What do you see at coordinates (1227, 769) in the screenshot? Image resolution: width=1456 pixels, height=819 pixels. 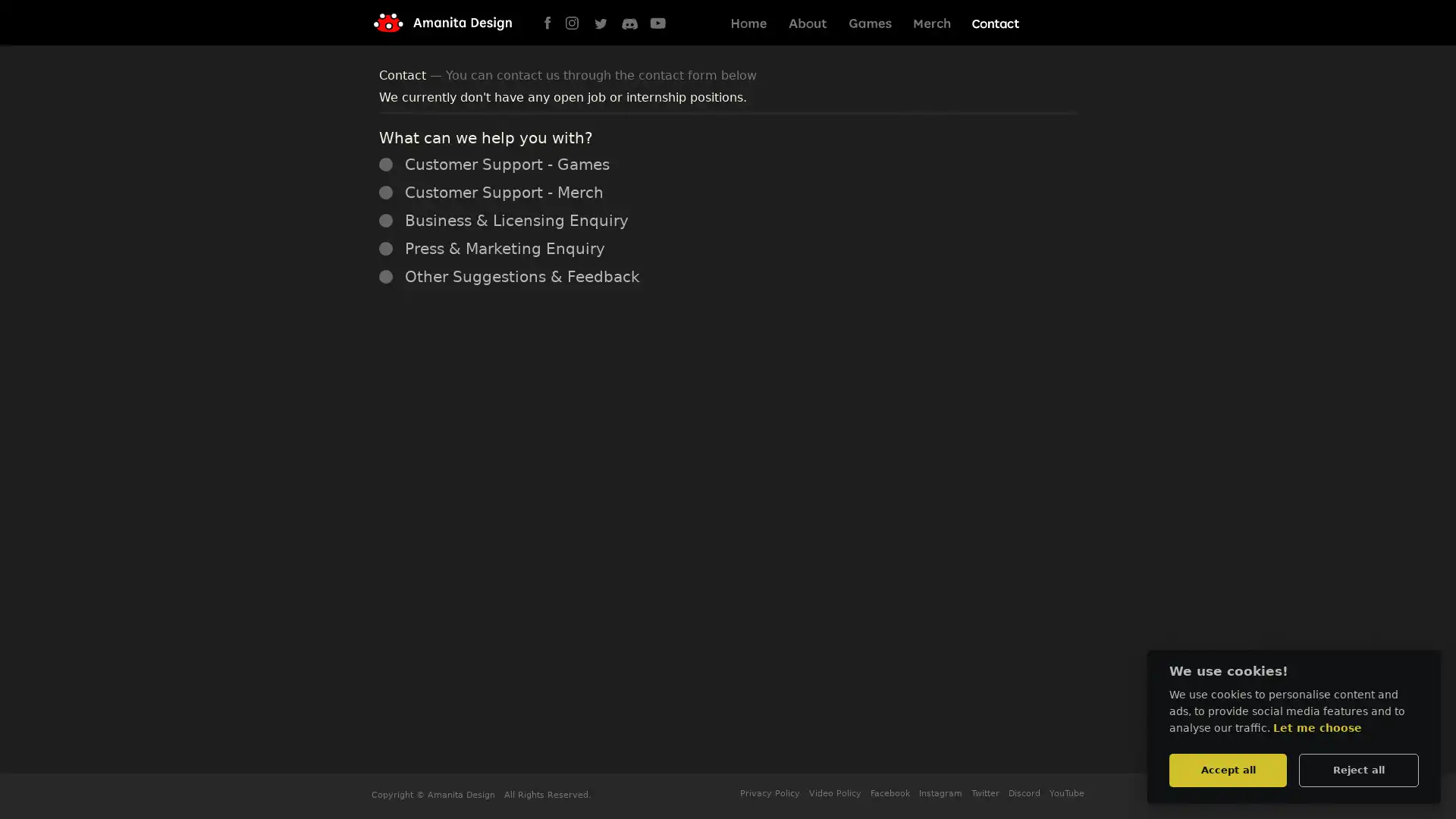 I see `Accept all` at bounding box center [1227, 769].